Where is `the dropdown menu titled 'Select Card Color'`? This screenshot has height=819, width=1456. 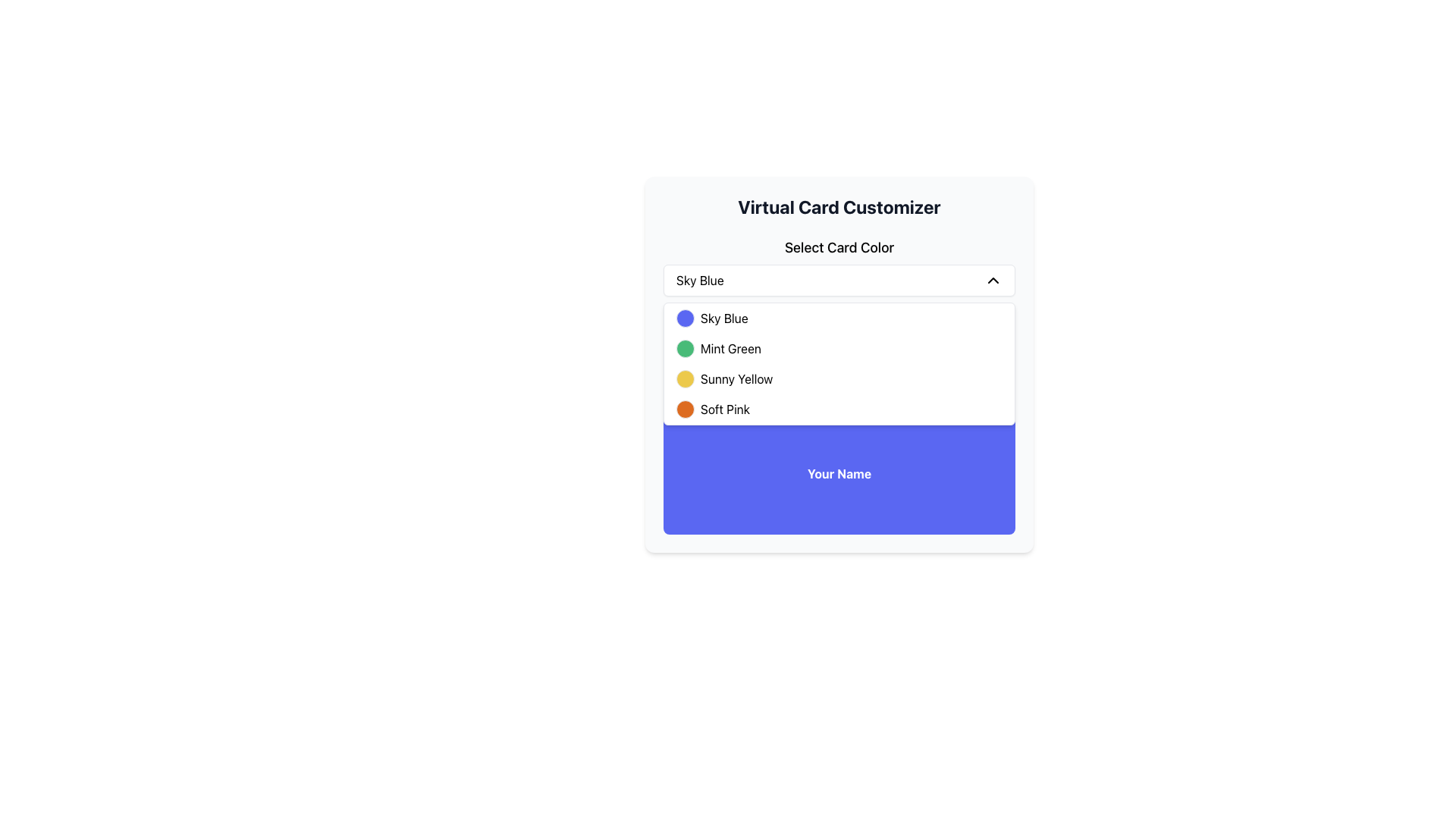 the dropdown menu titled 'Select Card Color' is located at coordinates (839, 302).